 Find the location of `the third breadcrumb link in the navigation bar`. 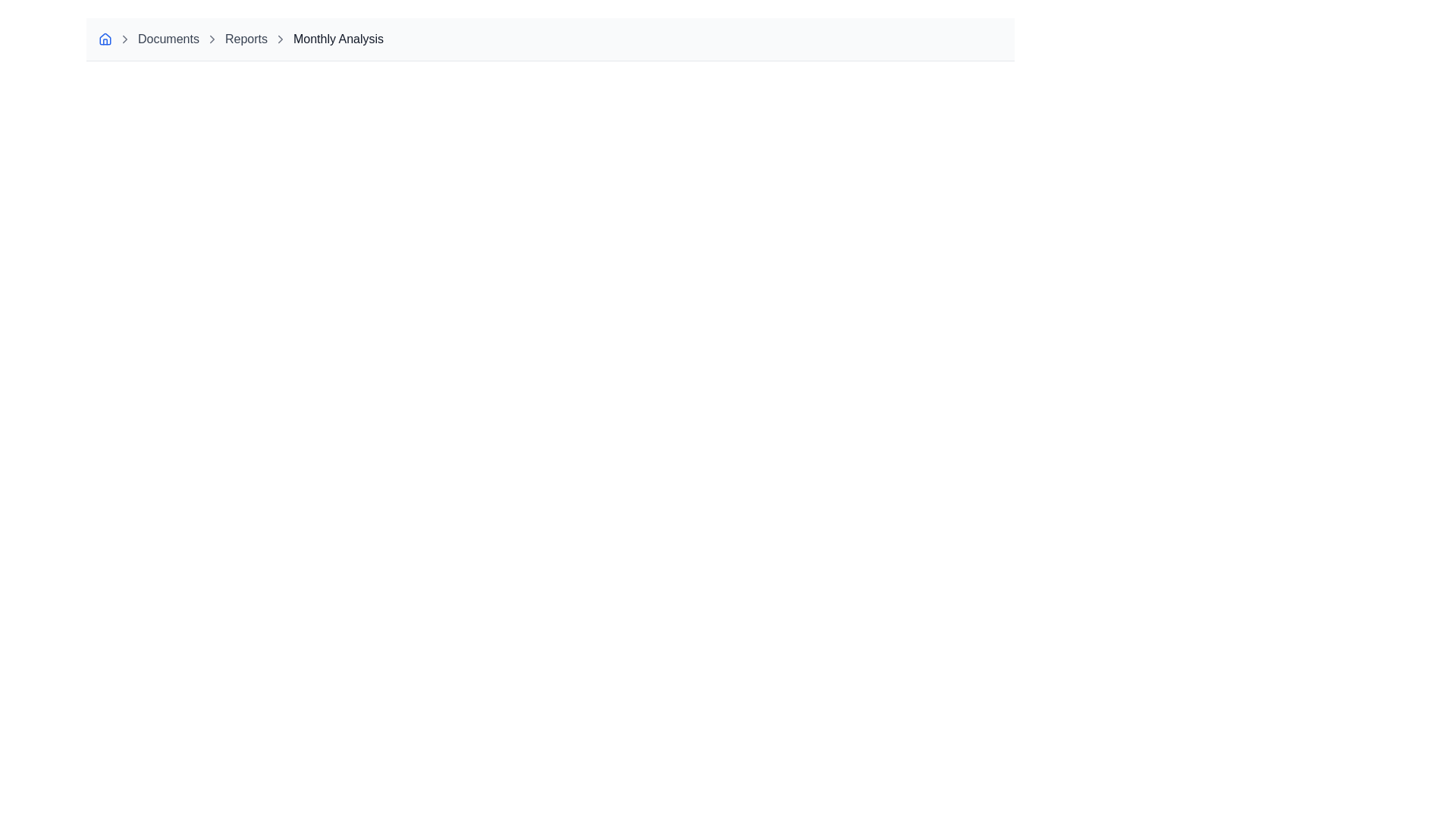

the third breadcrumb link in the navigation bar is located at coordinates (168, 38).